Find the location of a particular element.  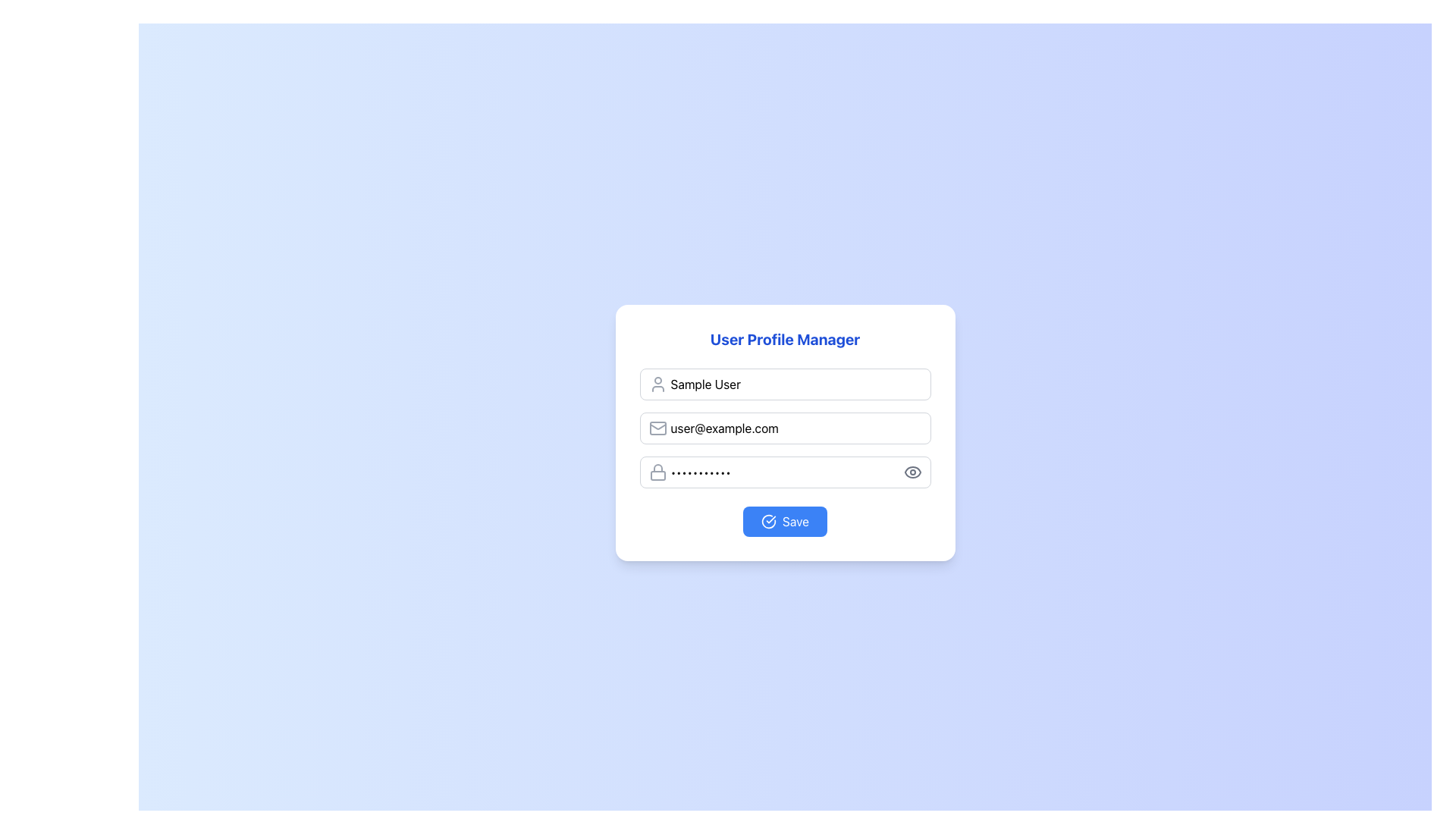

the eye-shaped icon visibility toggle located on the right side of the password input field, which is styled with a minimal aesthetic and has a gray color with a thin outline is located at coordinates (912, 472).